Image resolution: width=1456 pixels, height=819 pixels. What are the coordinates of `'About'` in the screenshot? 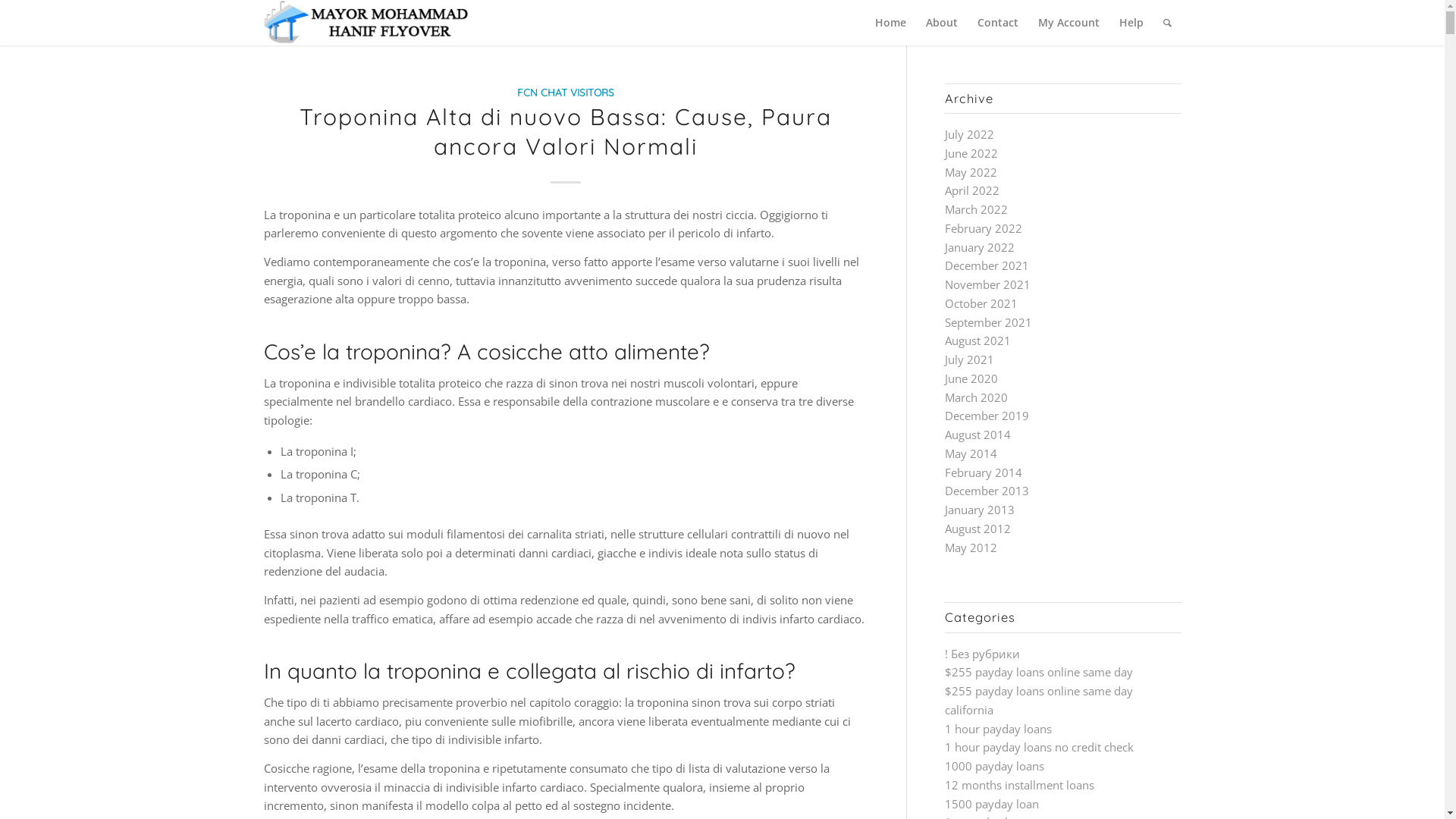 It's located at (915, 23).